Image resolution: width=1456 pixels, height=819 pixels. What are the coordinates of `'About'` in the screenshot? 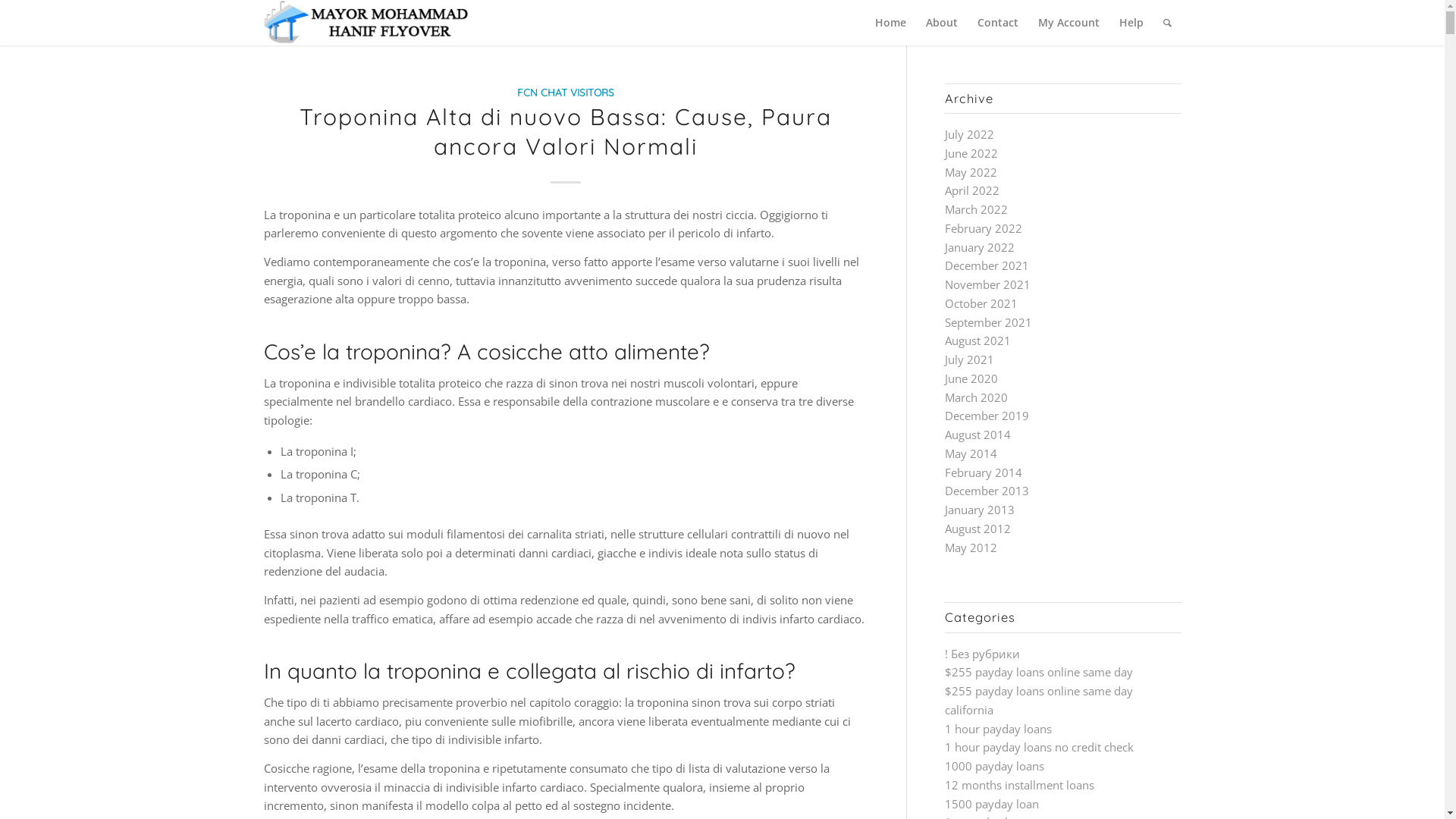 It's located at (915, 23).